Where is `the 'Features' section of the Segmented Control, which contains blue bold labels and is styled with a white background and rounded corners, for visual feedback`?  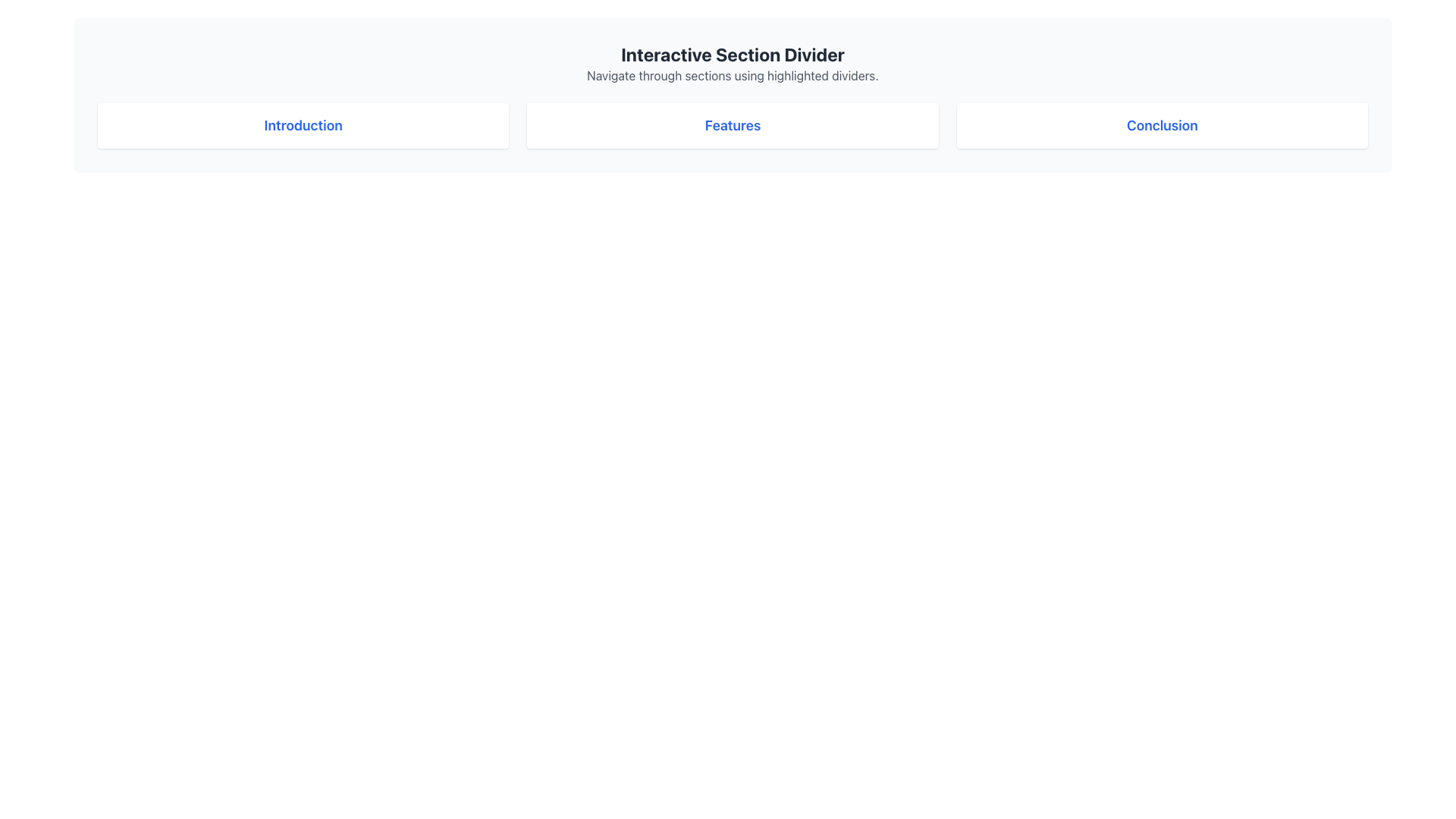 the 'Features' section of the Segmented Control, which contains blue bold labels and is styled with a white background and rounded corners, for visual feedback is located at coordinates (733, 124).